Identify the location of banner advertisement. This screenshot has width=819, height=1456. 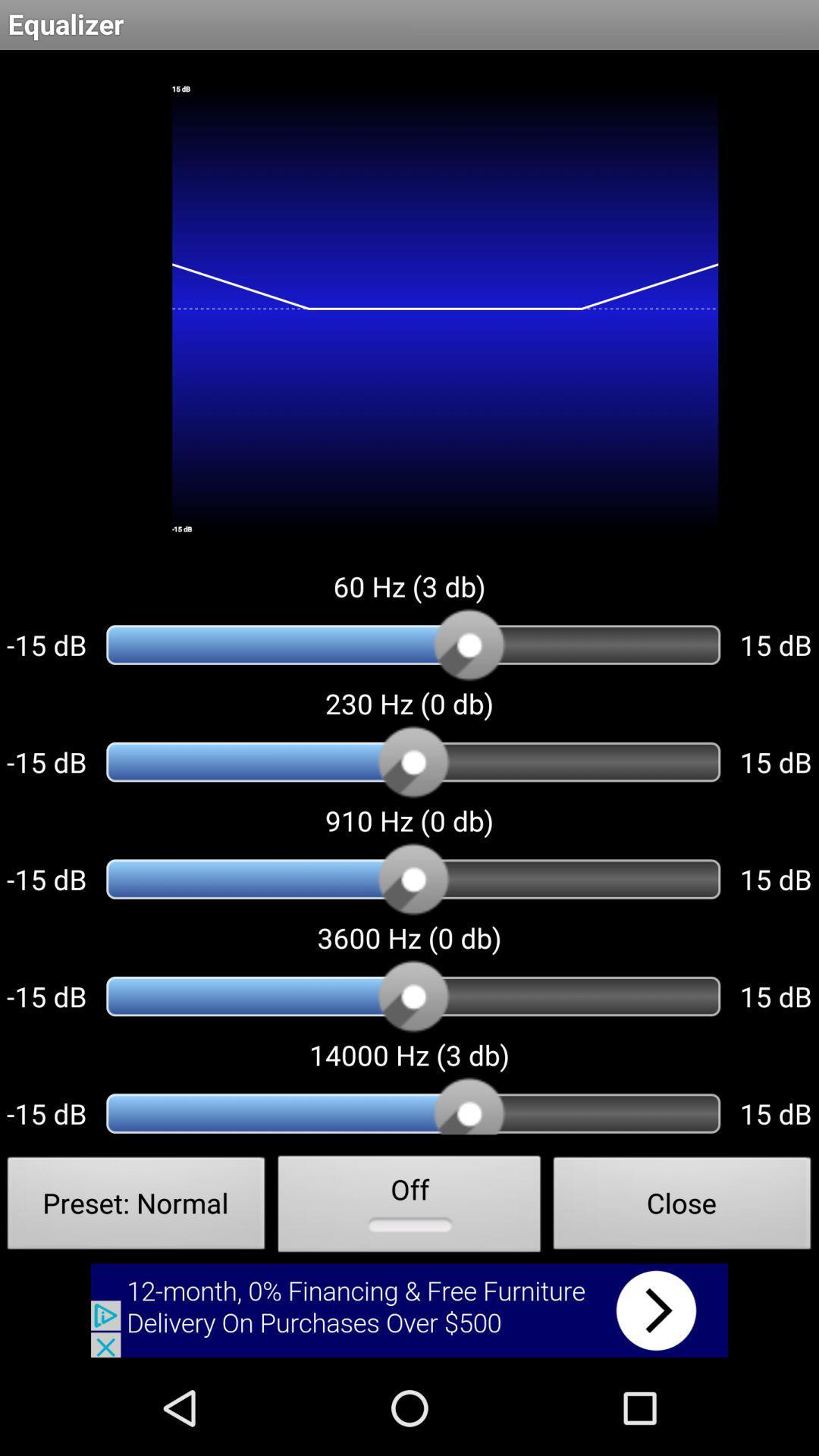
(409, 1310).